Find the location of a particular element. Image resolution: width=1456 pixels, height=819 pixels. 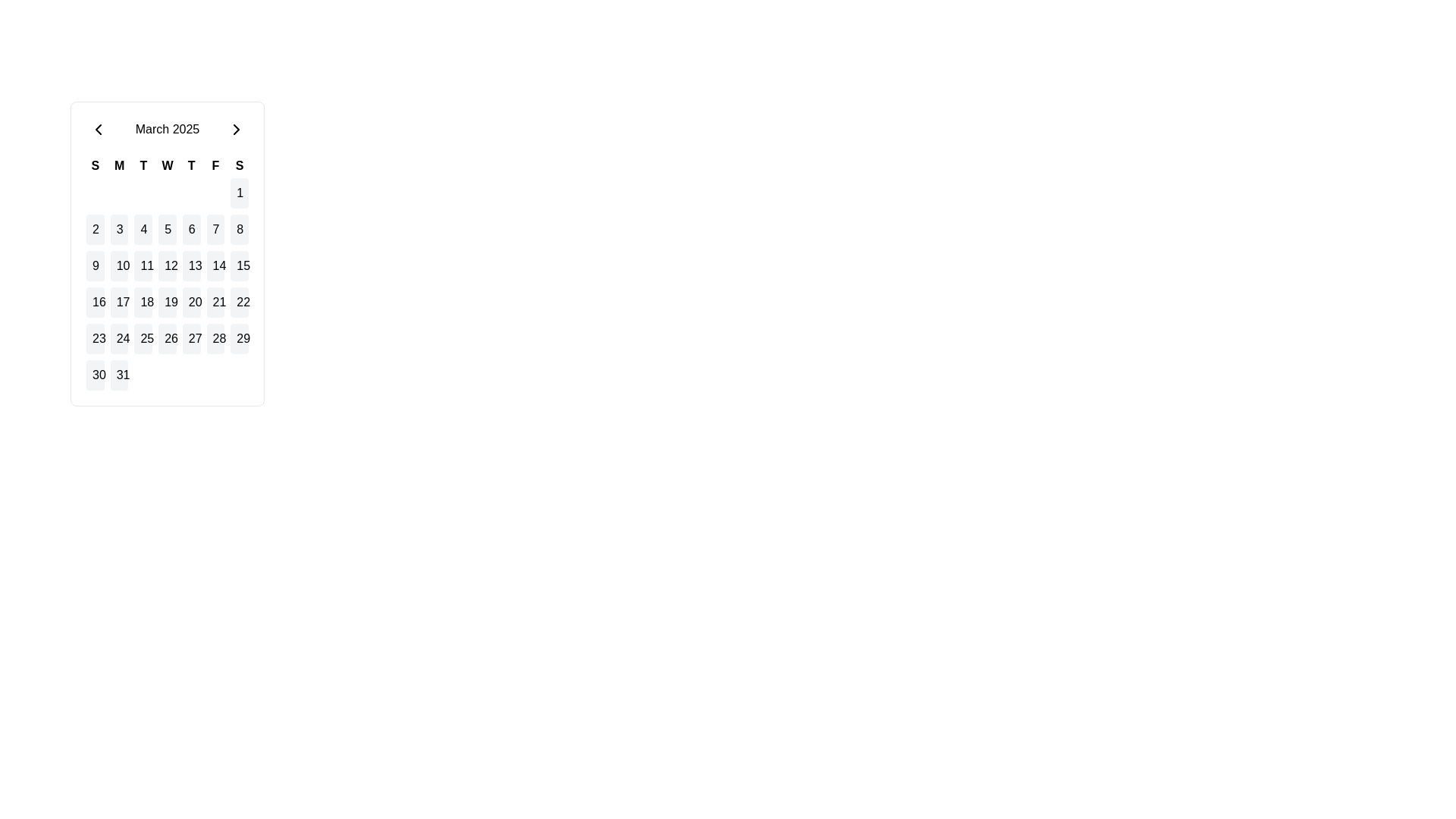

the rectangular button labeled '5' with a light gray background is located at coordinates (167, 230).